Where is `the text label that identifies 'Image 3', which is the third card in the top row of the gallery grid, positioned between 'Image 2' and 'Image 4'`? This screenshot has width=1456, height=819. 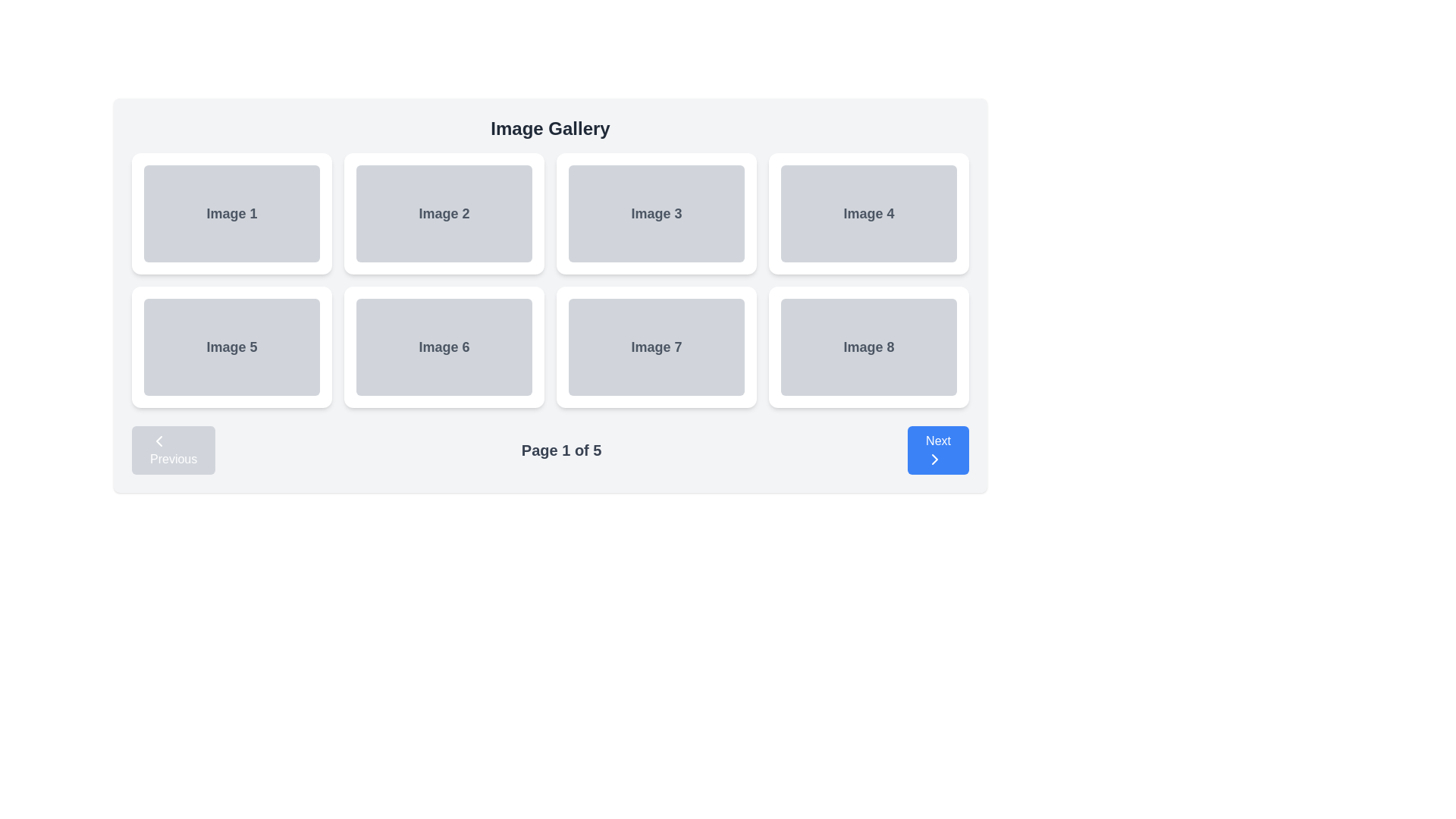 the text label that identifies 'Image 3', which is the third card in the top row of the gallery grid, positioned between 'Image 2' and 'Image 4' is located at coordinates (656, 213).